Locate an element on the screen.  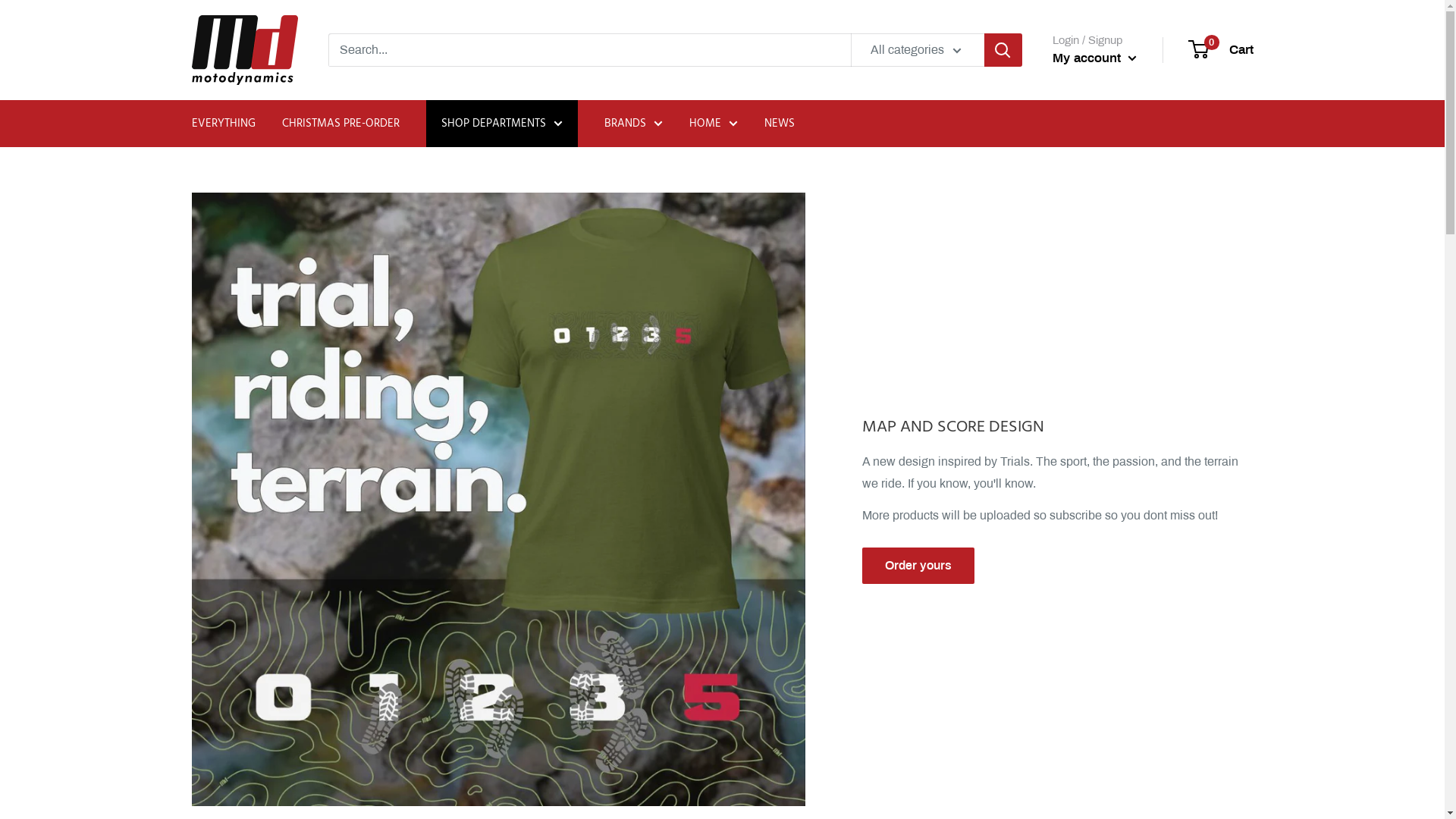
'NEWS' is located at coordinates (779, 122).